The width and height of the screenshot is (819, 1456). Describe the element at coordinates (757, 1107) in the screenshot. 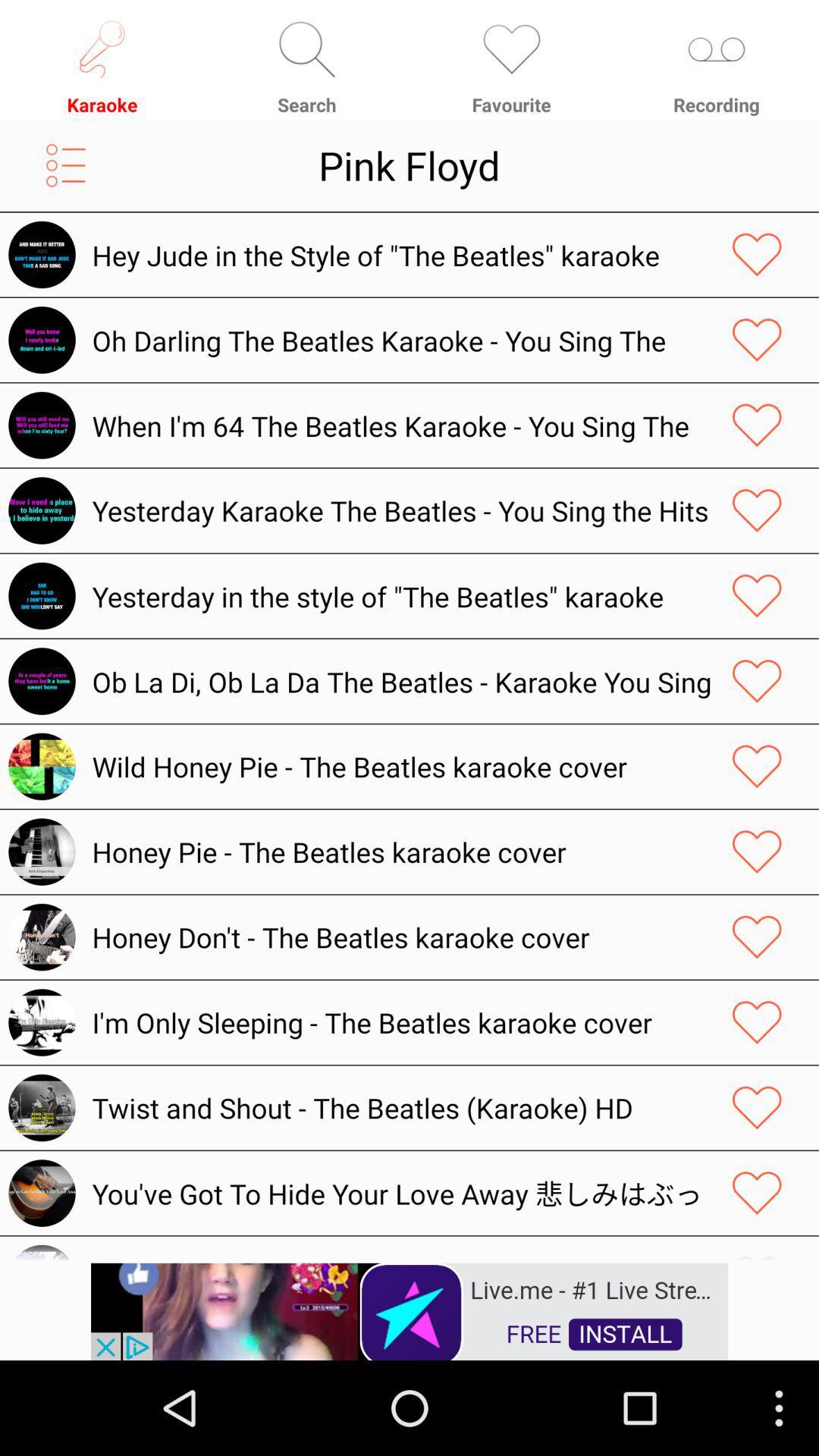

I see `like song` at that location.